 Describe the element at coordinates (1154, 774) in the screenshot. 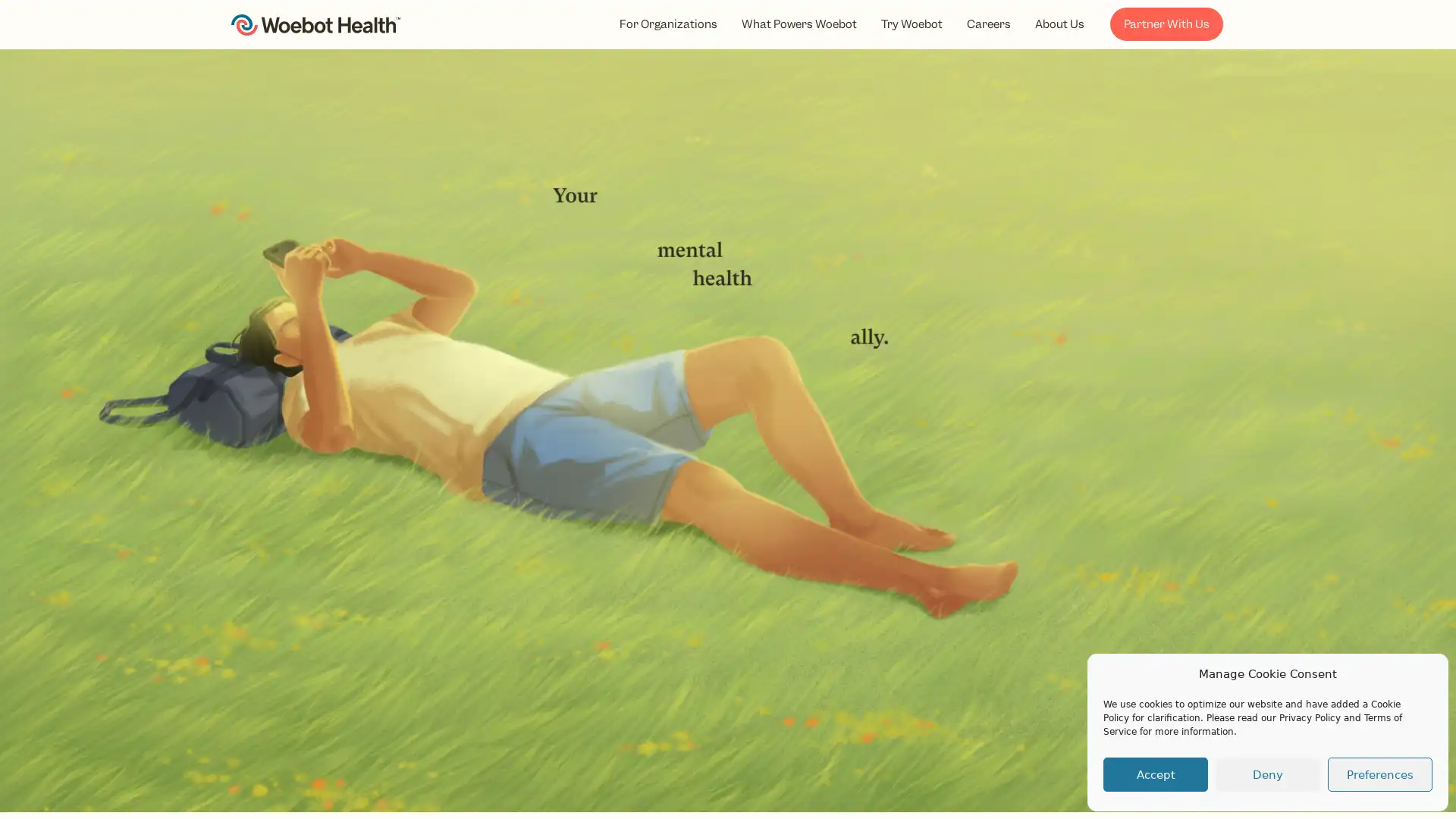

I see `Accept` at that location.